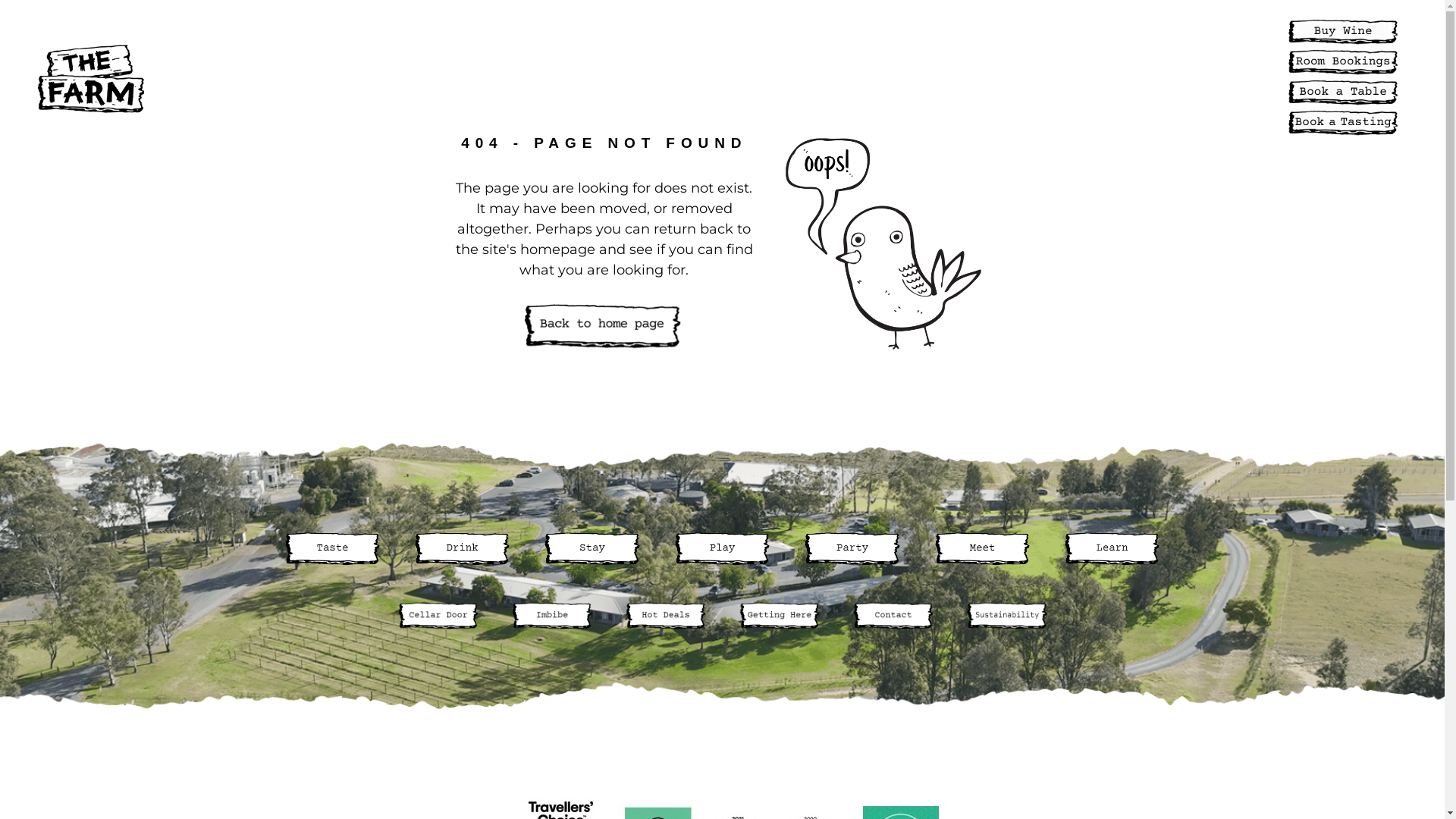 This screenshot has height=819, width=1456. I want to click on 'Getting Here-1', so click(779, 616).